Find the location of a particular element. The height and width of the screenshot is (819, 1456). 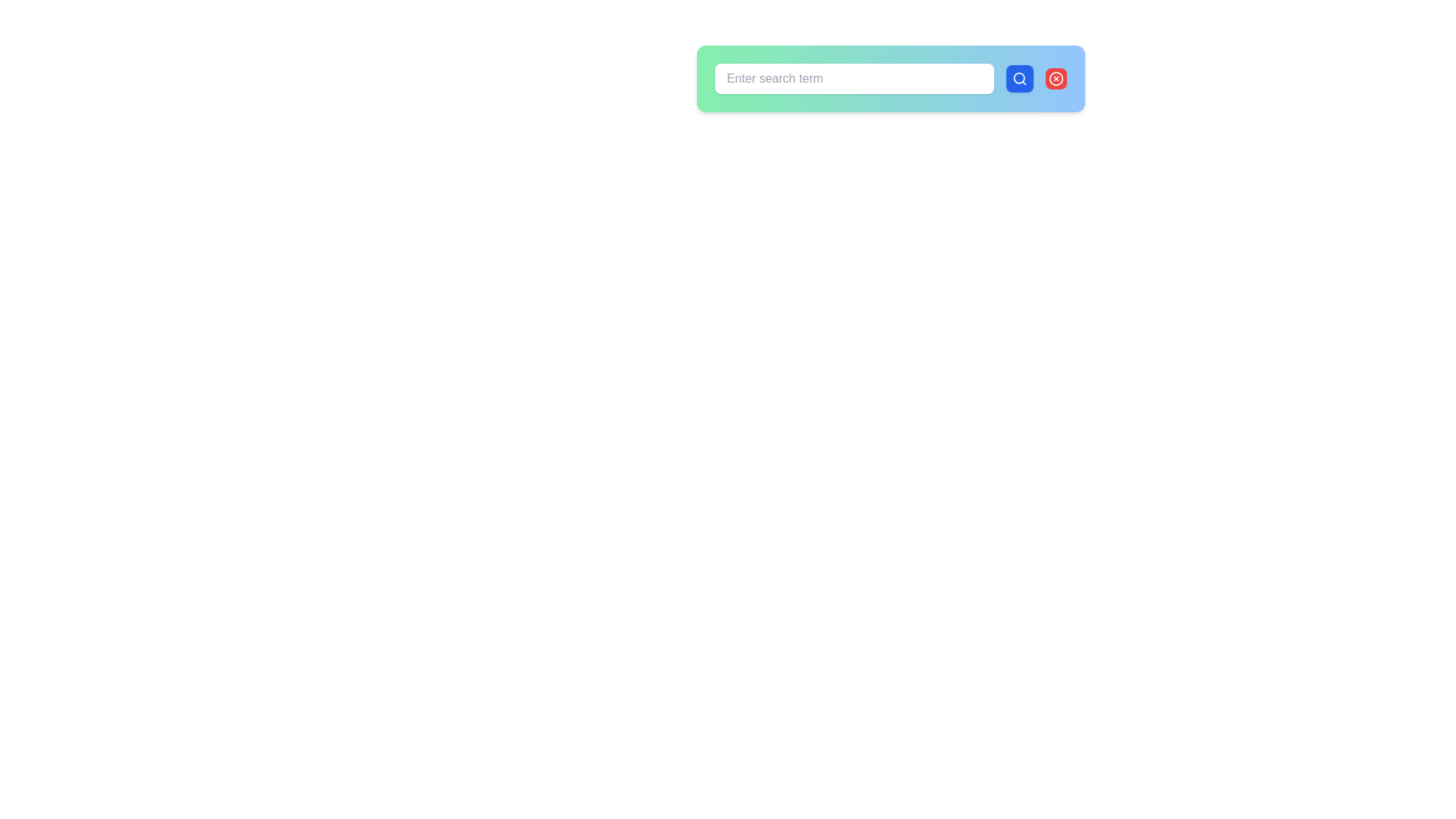

the red circular button with a white symbol inside is located at coordinates (1055, 79).